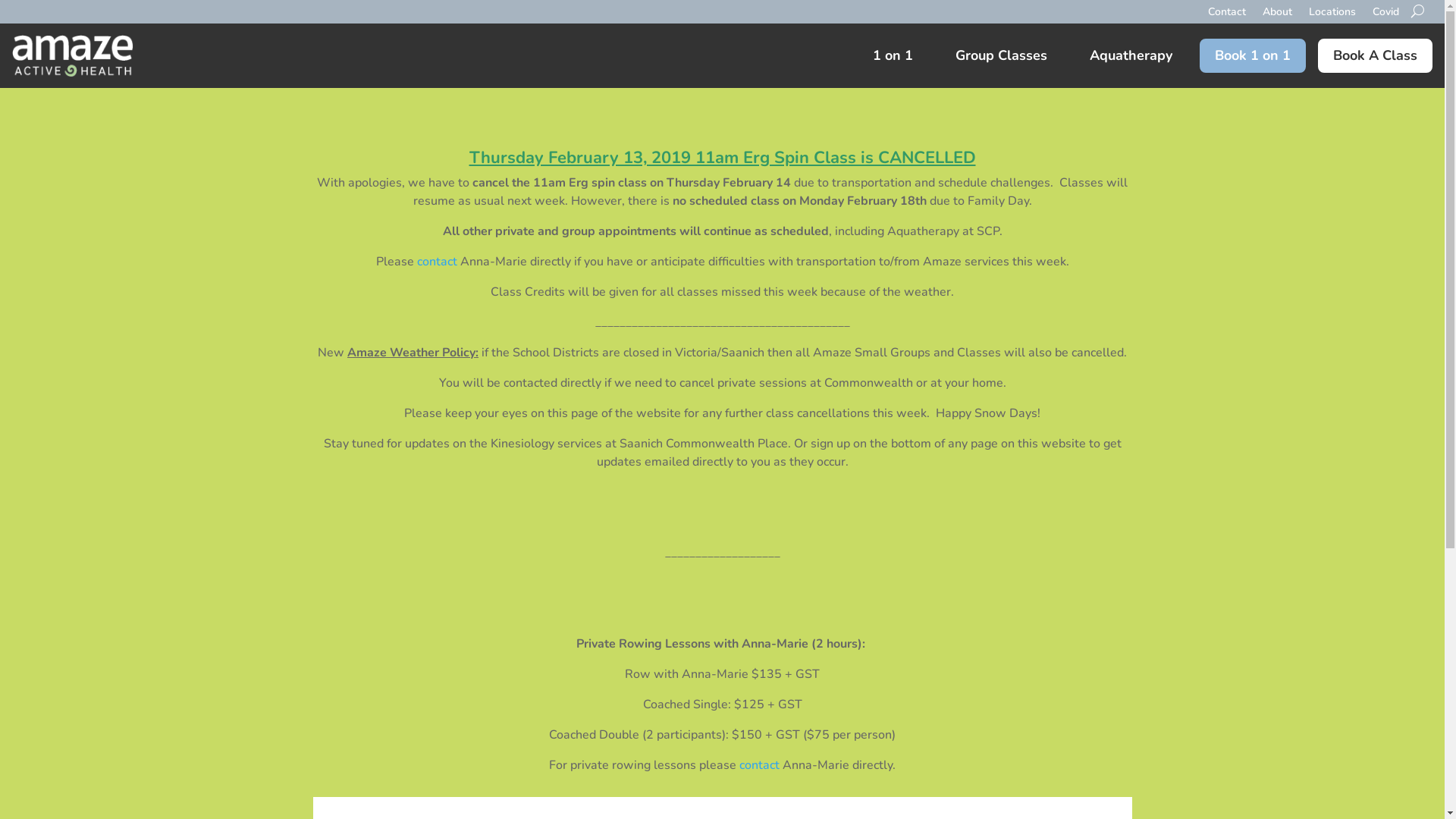  Describe the element at coordinates (1385, 23) in the screenshot. I see `'Covid'` at that location.